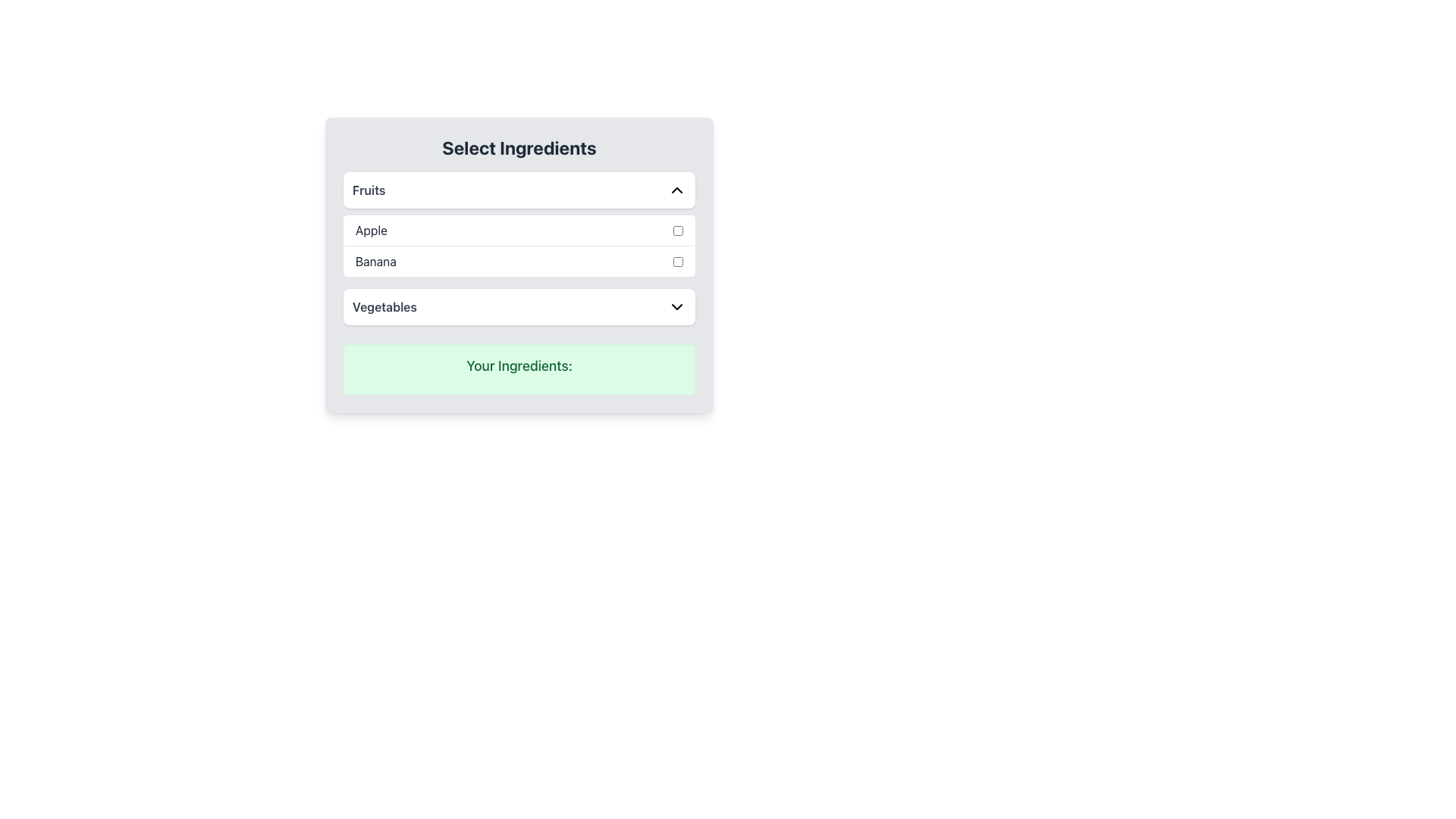 This screenshot has height=819, width=1456. What do you see at coordinates (371, 231) in the screenshot?
I see `the text label that contains the text 'Apple' which is styled with a gray color scheme and positioned to the left of a checkbox in the 'Fruits' section` at bounding box center [371, 231].